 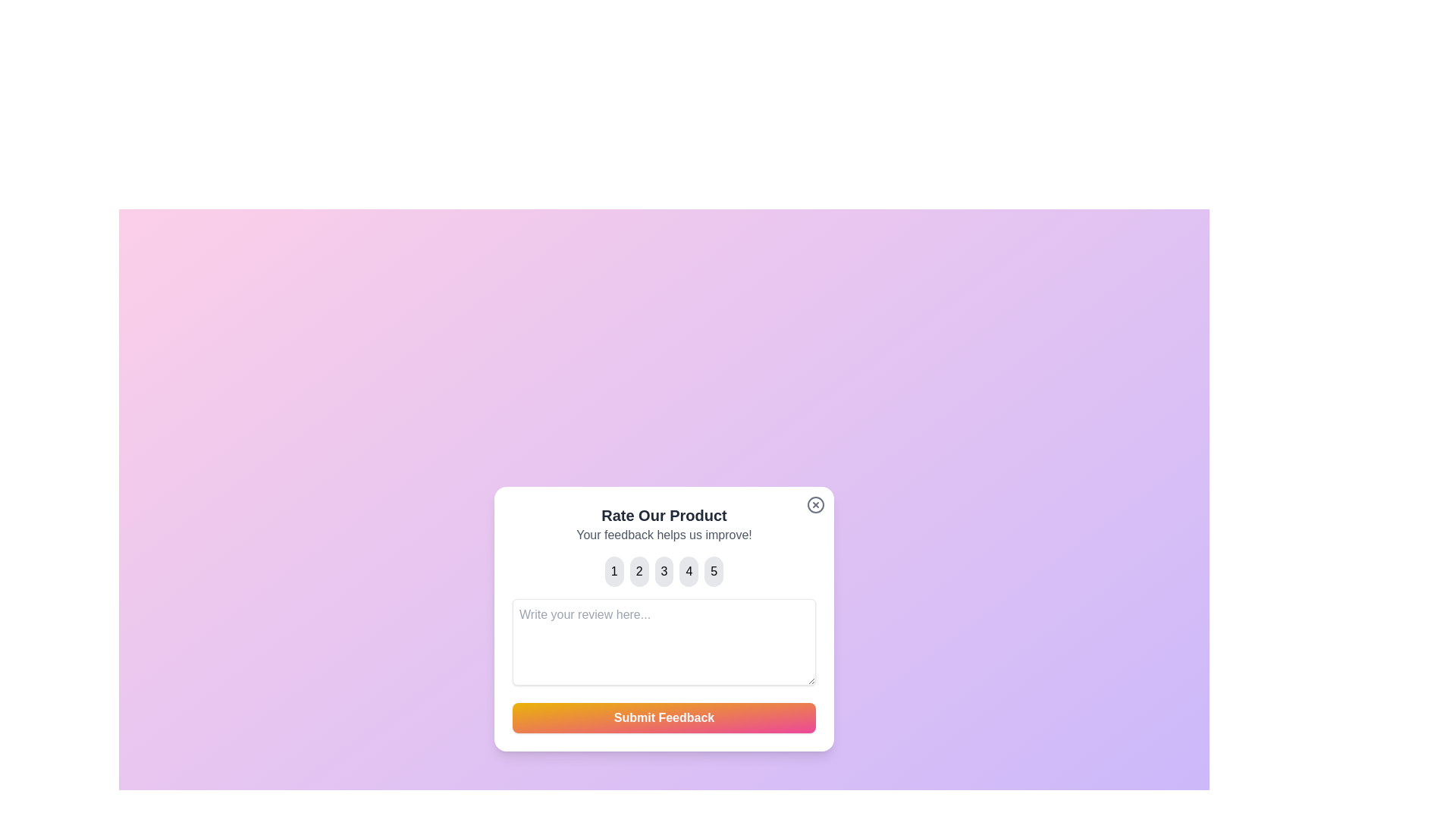 What do you see at coordinates (664, 717) in the screenshot?
I see `the 'Submit Feedback' button to submit the feedback` at bounding box center [664, 717].